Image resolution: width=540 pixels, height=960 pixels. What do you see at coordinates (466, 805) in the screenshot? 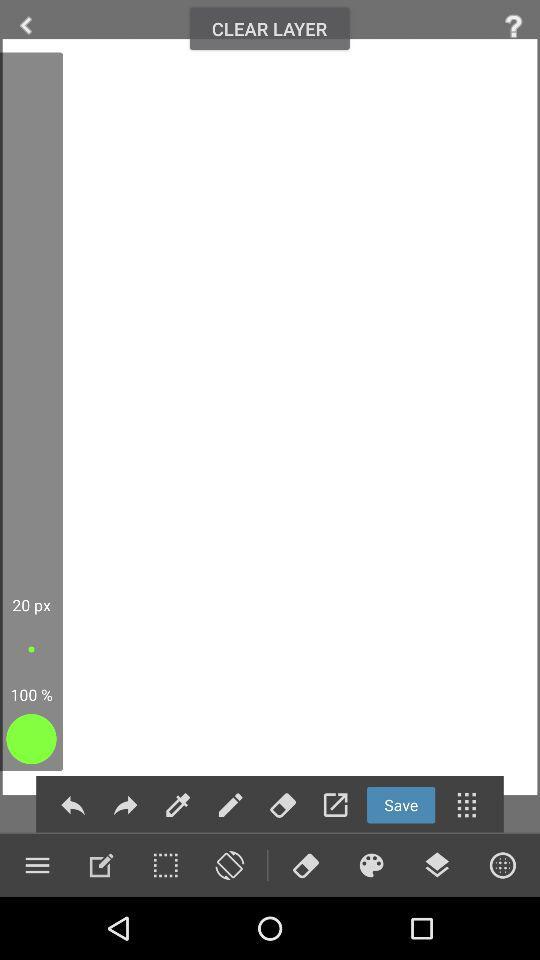
I see `menu button` at bounding box center [466, 805].